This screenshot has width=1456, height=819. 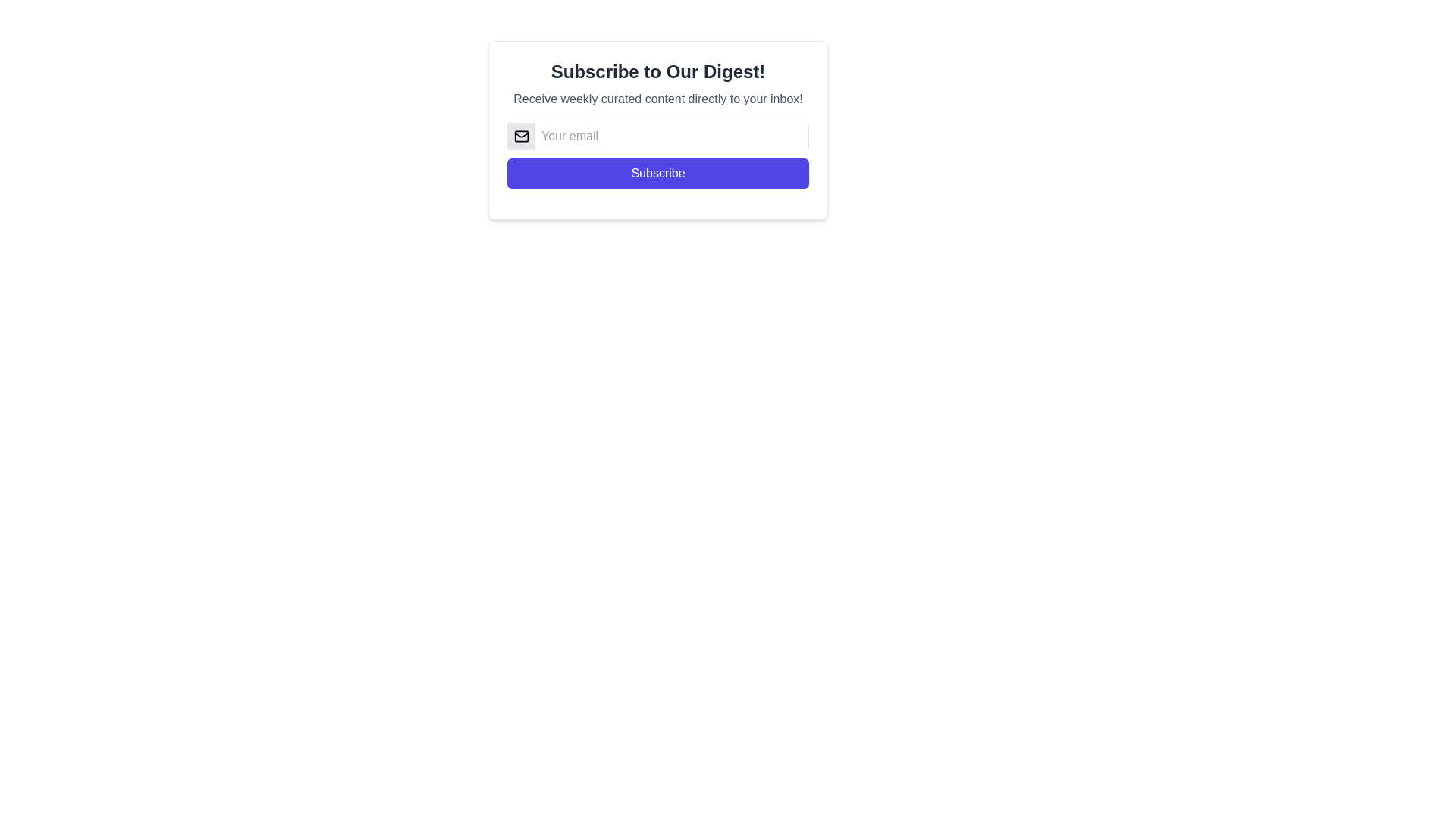 What do you see at coordinates (521, 136) in the screenshot?
I see `the envelope icon associated with email, which is positioned to the left of the 'Your email' text input field` at bounding box center [521, 136].